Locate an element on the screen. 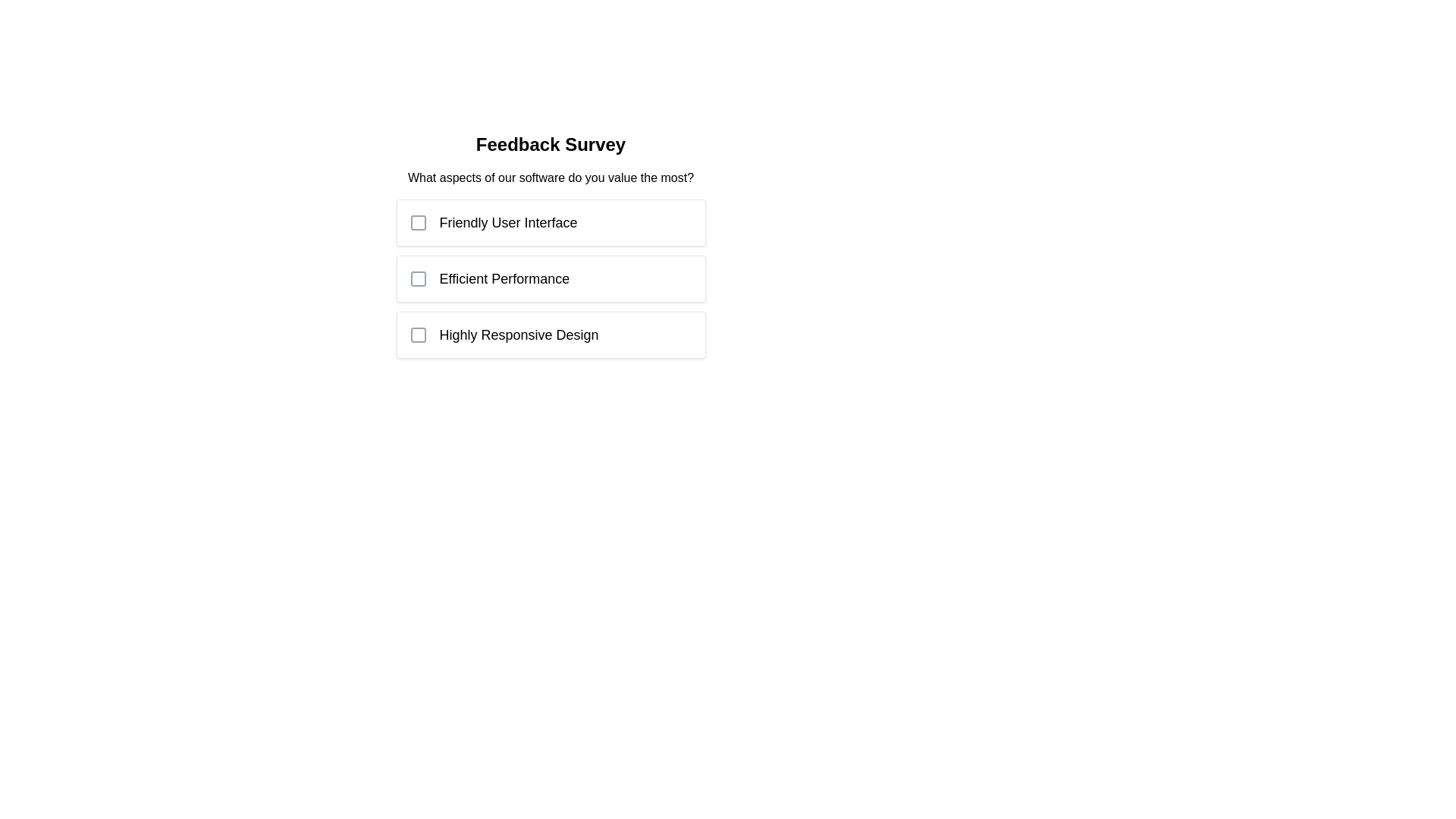 The height and width of the screenshot is (819, 1456). on the second checkbox element in the survey interface, located is located at coordinates (418, 278).